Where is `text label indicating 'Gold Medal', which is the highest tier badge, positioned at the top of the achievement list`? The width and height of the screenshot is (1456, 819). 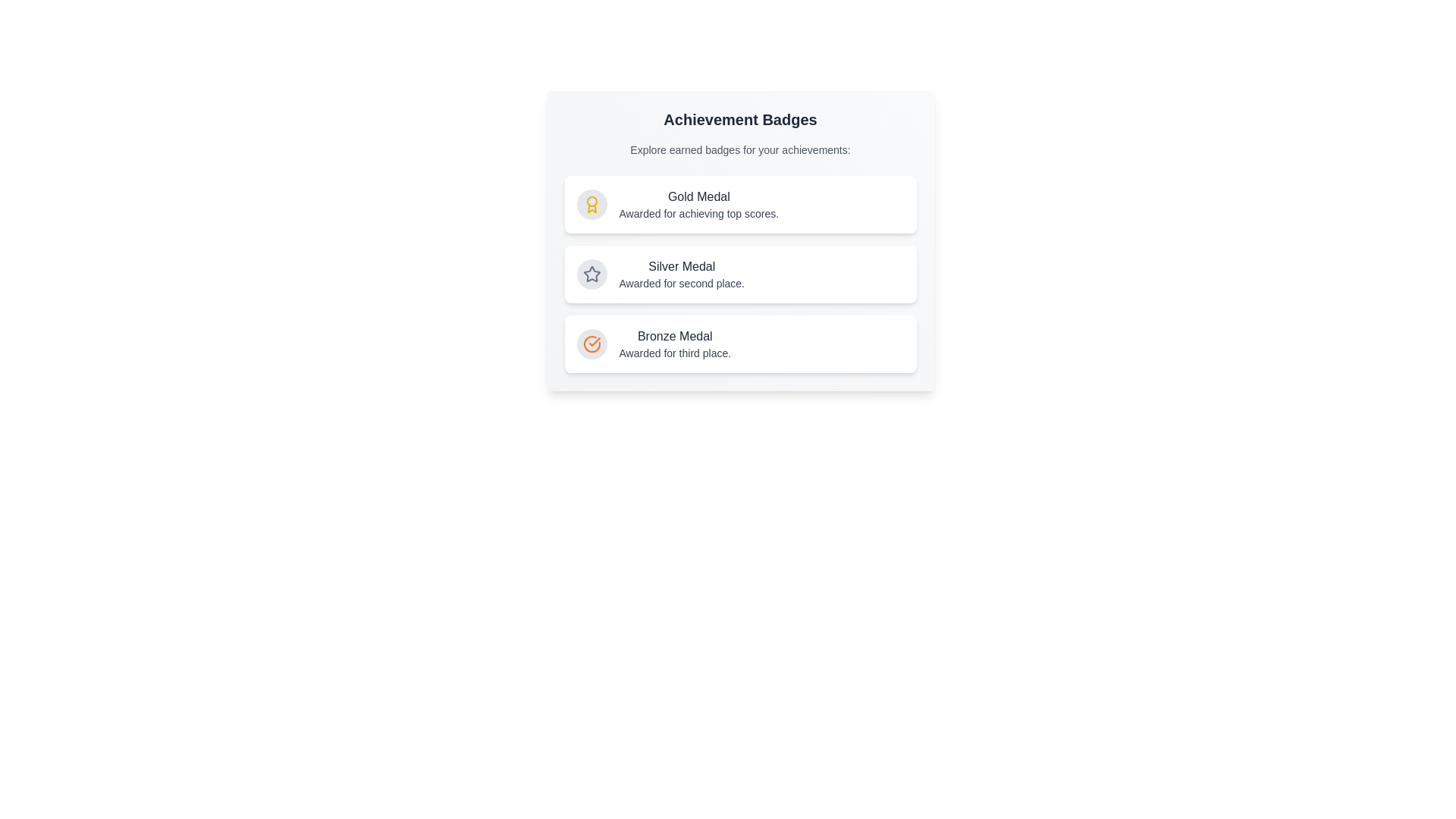
text label indicating 'Gold Medal', which is the highest tier badge, positioned at the top of the achievement list is located at coordinates (698, 196).